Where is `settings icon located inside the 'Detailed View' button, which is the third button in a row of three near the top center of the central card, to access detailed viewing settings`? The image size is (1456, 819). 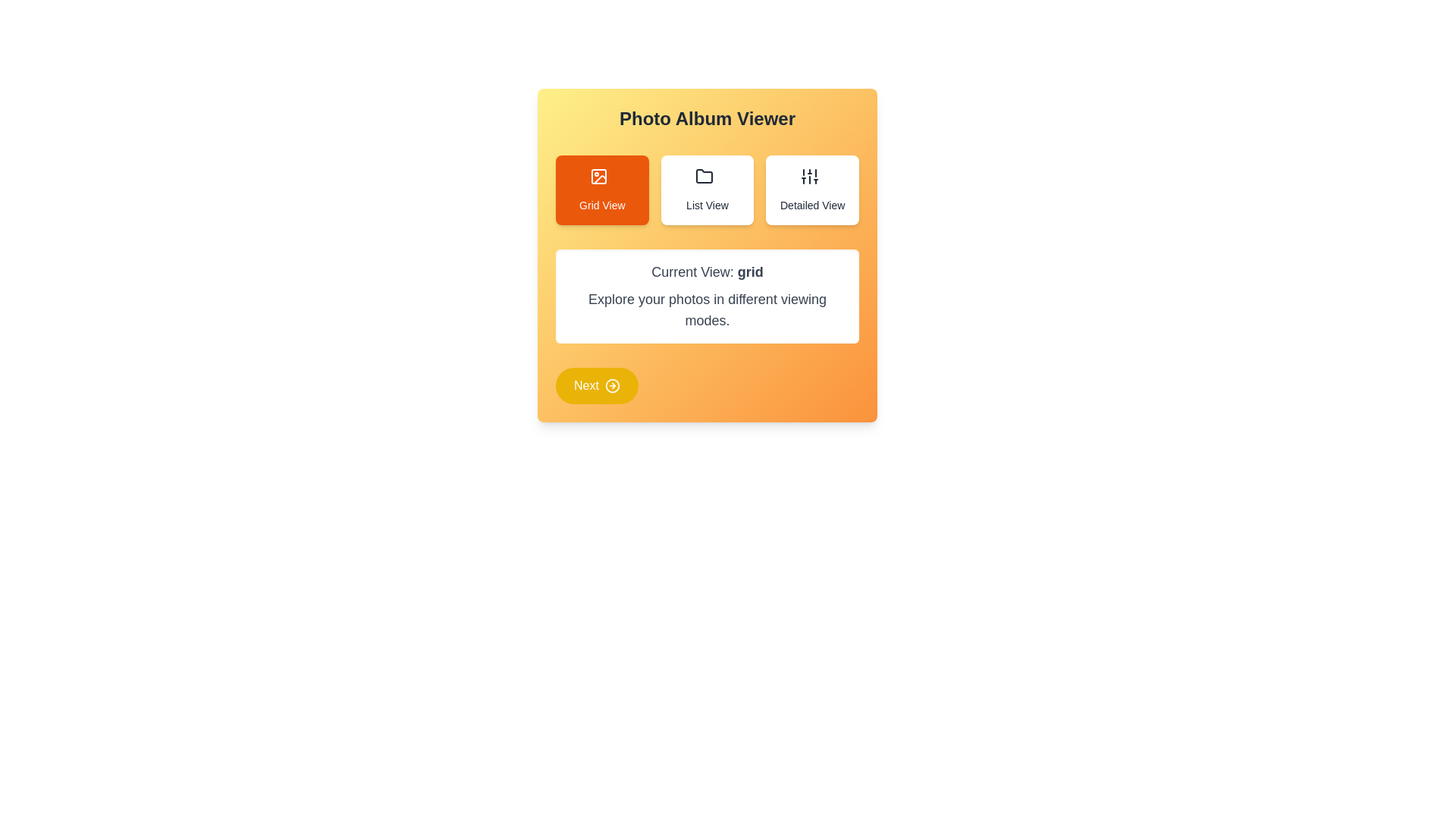 settings icon located inside the 'Detailed View' button, which is the third button in a row of three near the top center of the central card, to access detailed viewing settings is located at coordinates (811, 178).